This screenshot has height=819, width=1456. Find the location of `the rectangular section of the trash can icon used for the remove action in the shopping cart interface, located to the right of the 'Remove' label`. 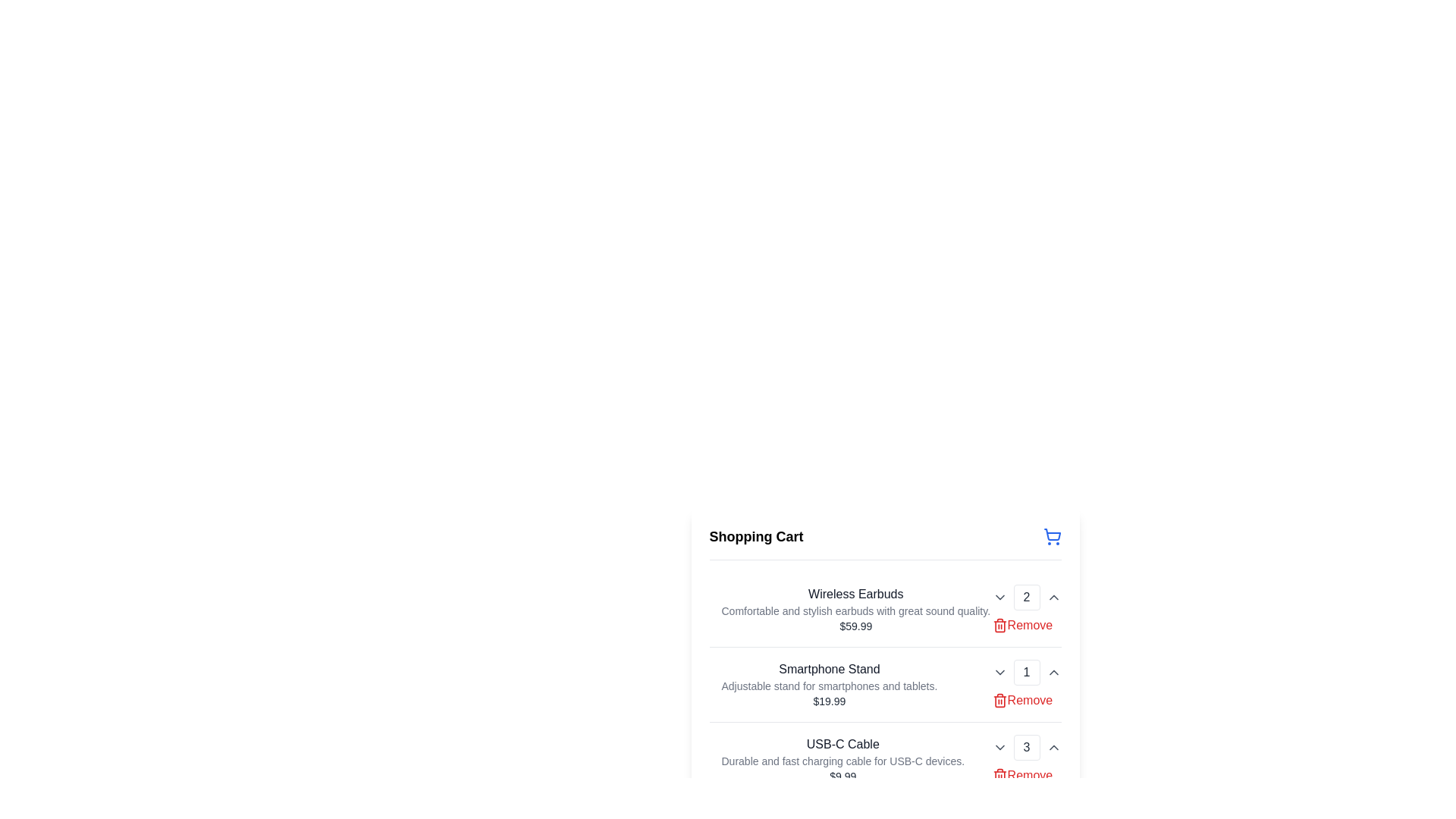

the rectangular section of the trash can icon used for the remove action in the shopping cart interface, located to the right of the 'Remove' label is located at coordinates (999, 777).